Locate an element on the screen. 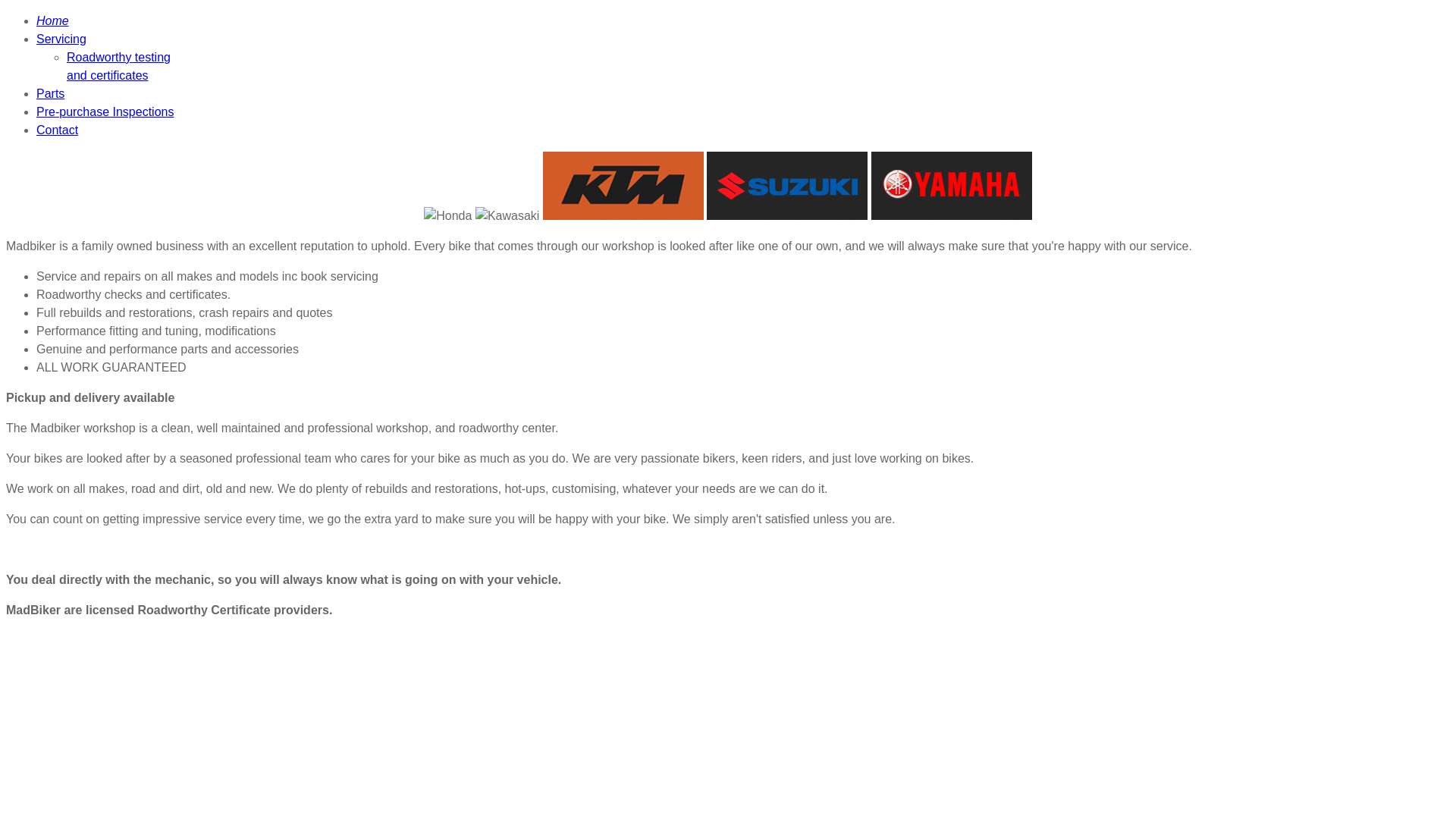 This screenshot has height=819, width=1456. 'Home' is located at coordinates (36, 20).